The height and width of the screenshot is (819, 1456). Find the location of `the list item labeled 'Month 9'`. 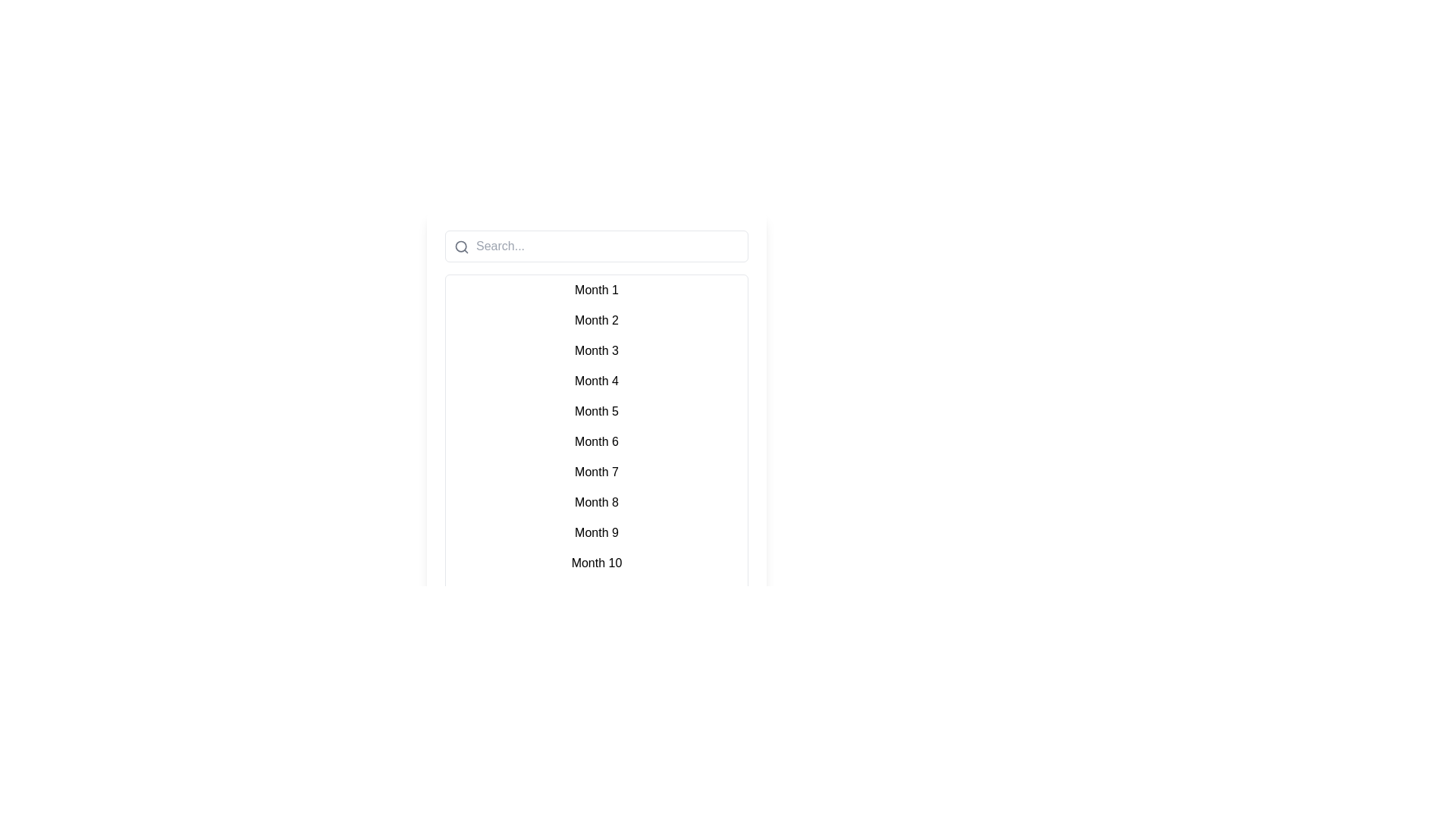

the list item labeled 'Month 9' is located at coordinates (596, 532).